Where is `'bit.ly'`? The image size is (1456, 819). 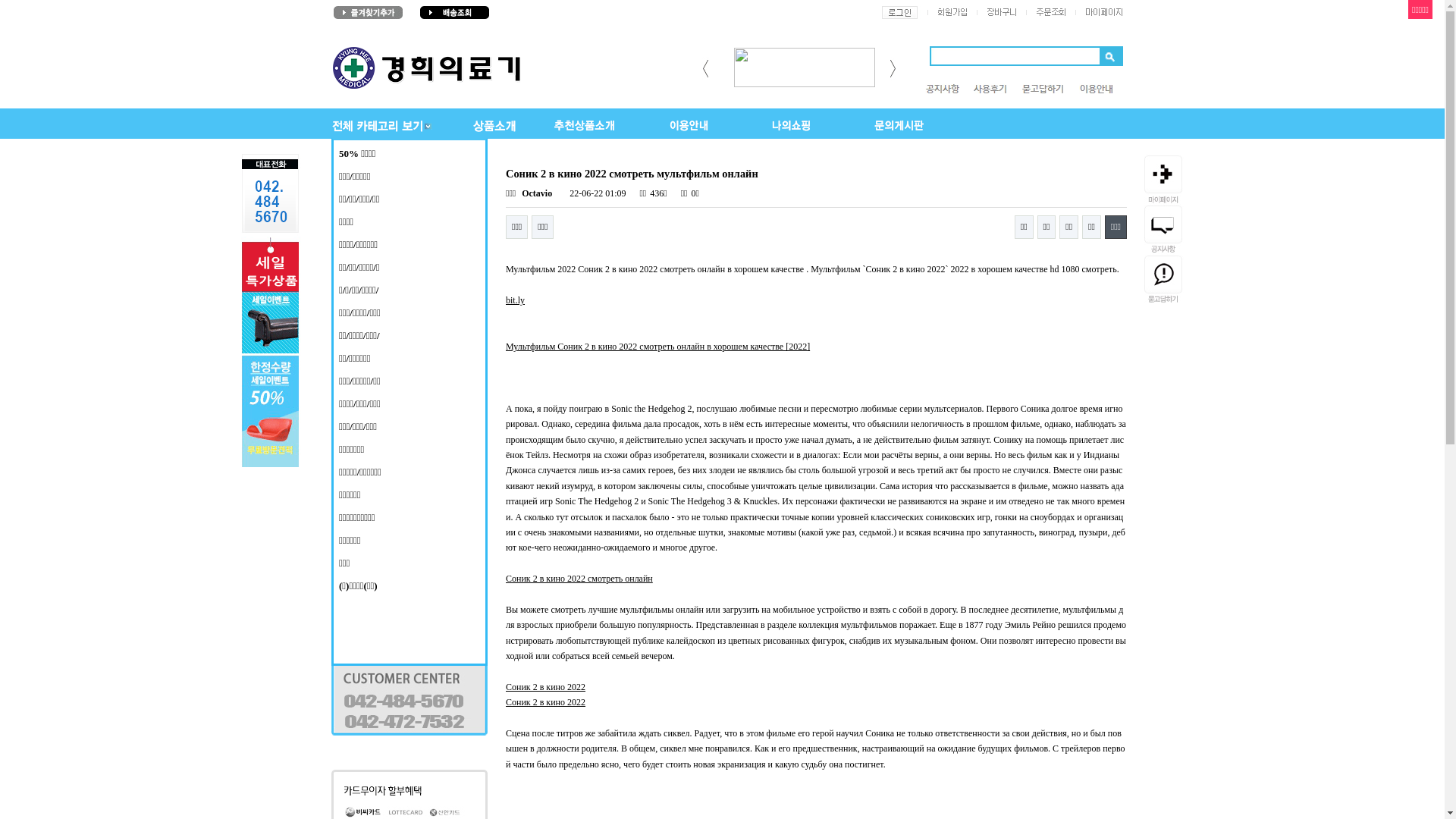 'bit.ly' is located at coordinates (506, 300).